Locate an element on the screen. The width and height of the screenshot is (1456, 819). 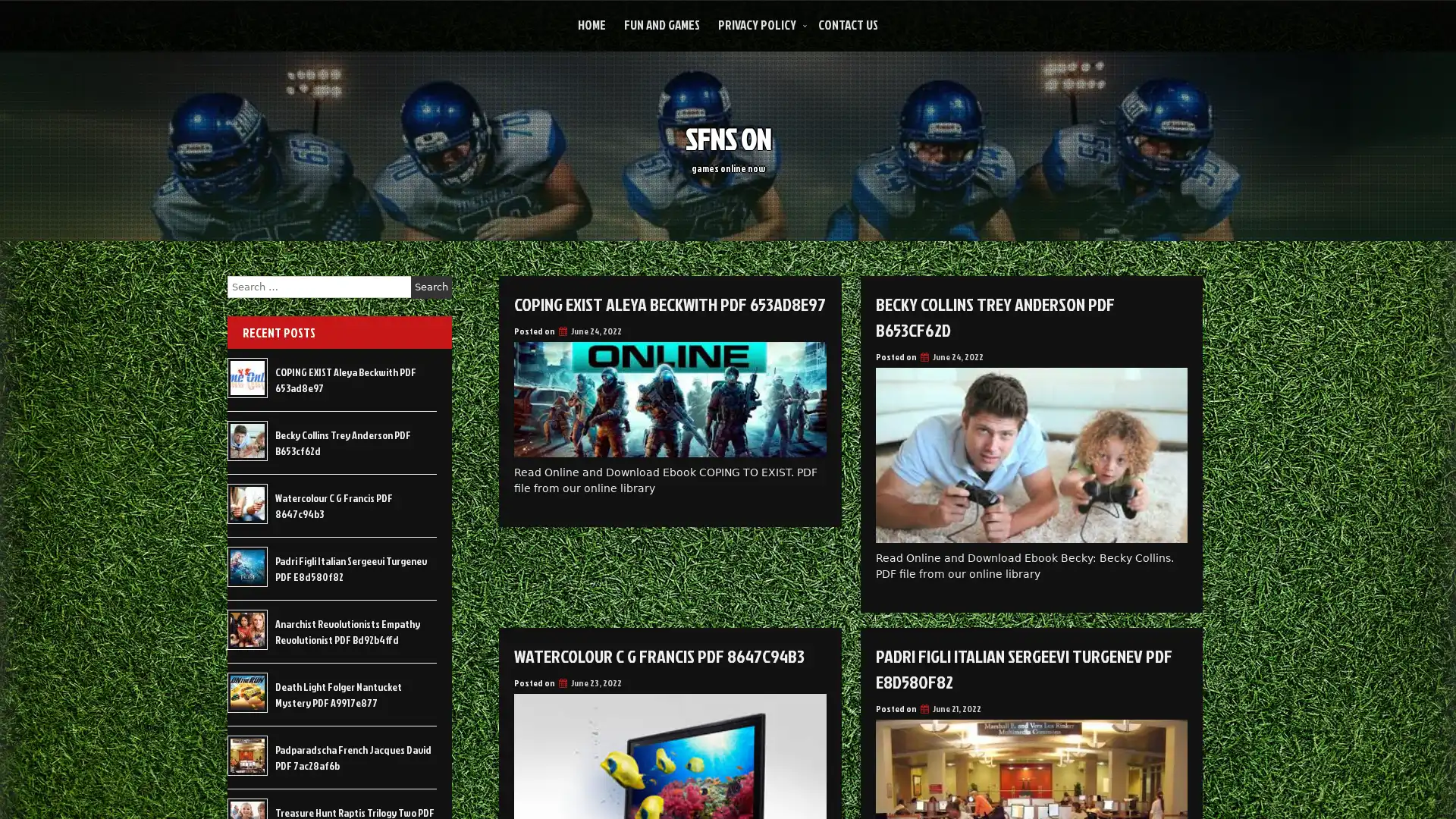
Search is located at coordinates (431, 287).